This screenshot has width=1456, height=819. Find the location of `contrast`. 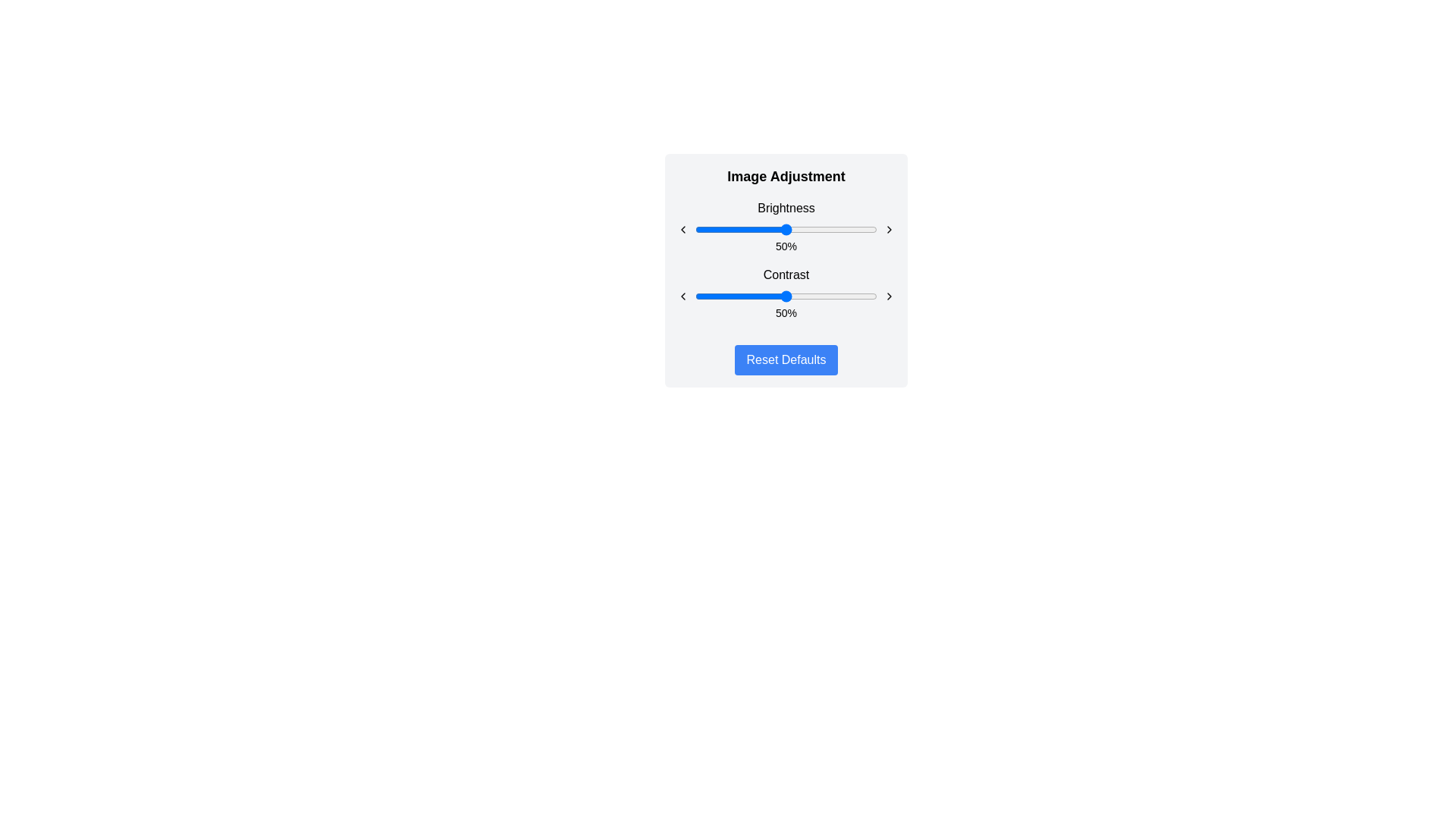

contrast is located at coordinates (780, 296).